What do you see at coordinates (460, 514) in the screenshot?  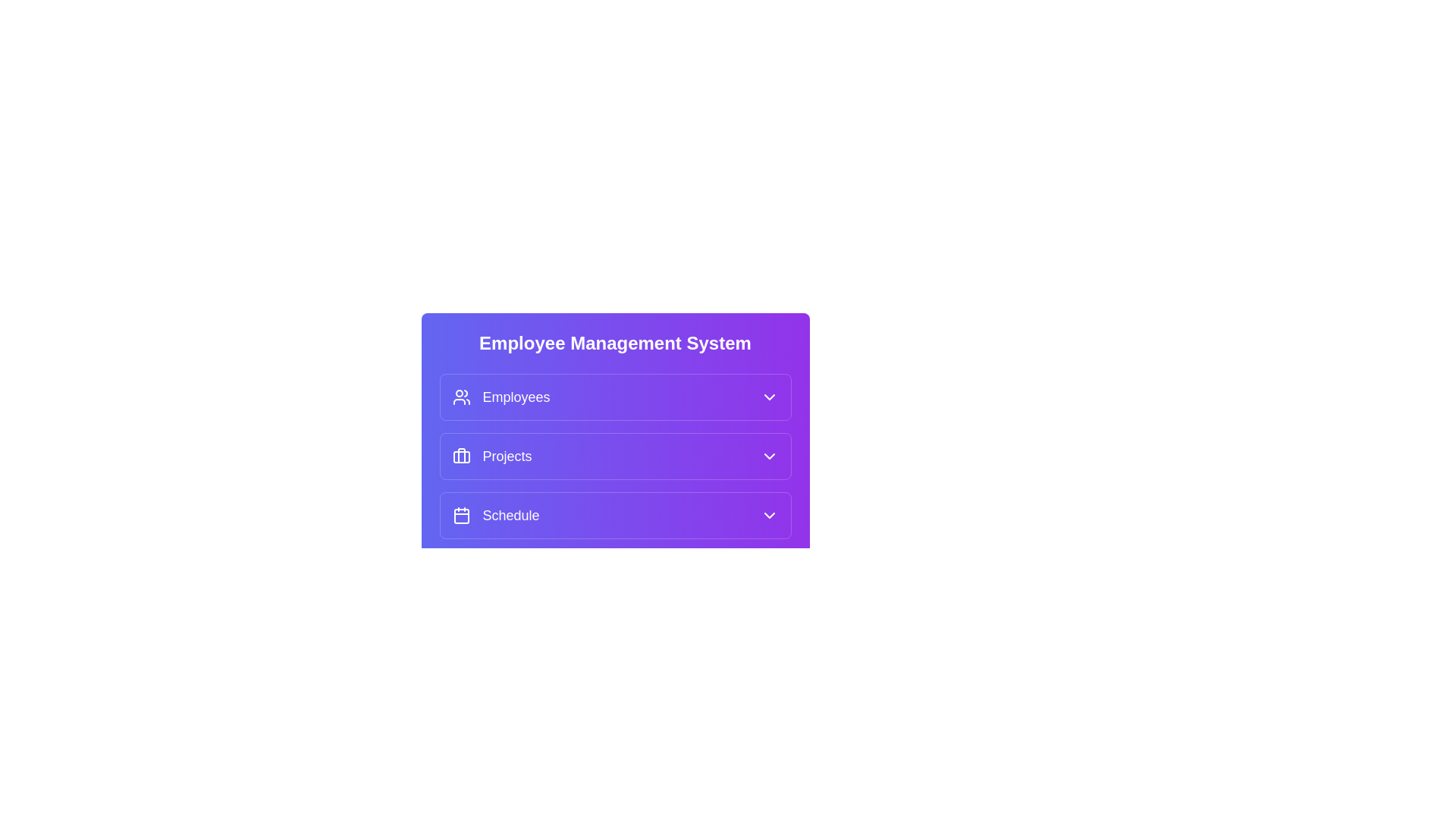 I see `the calendar icon located to the left of the 'Schedule' text in the 'Schedule' menu entry` at bounding box center [460, 514].